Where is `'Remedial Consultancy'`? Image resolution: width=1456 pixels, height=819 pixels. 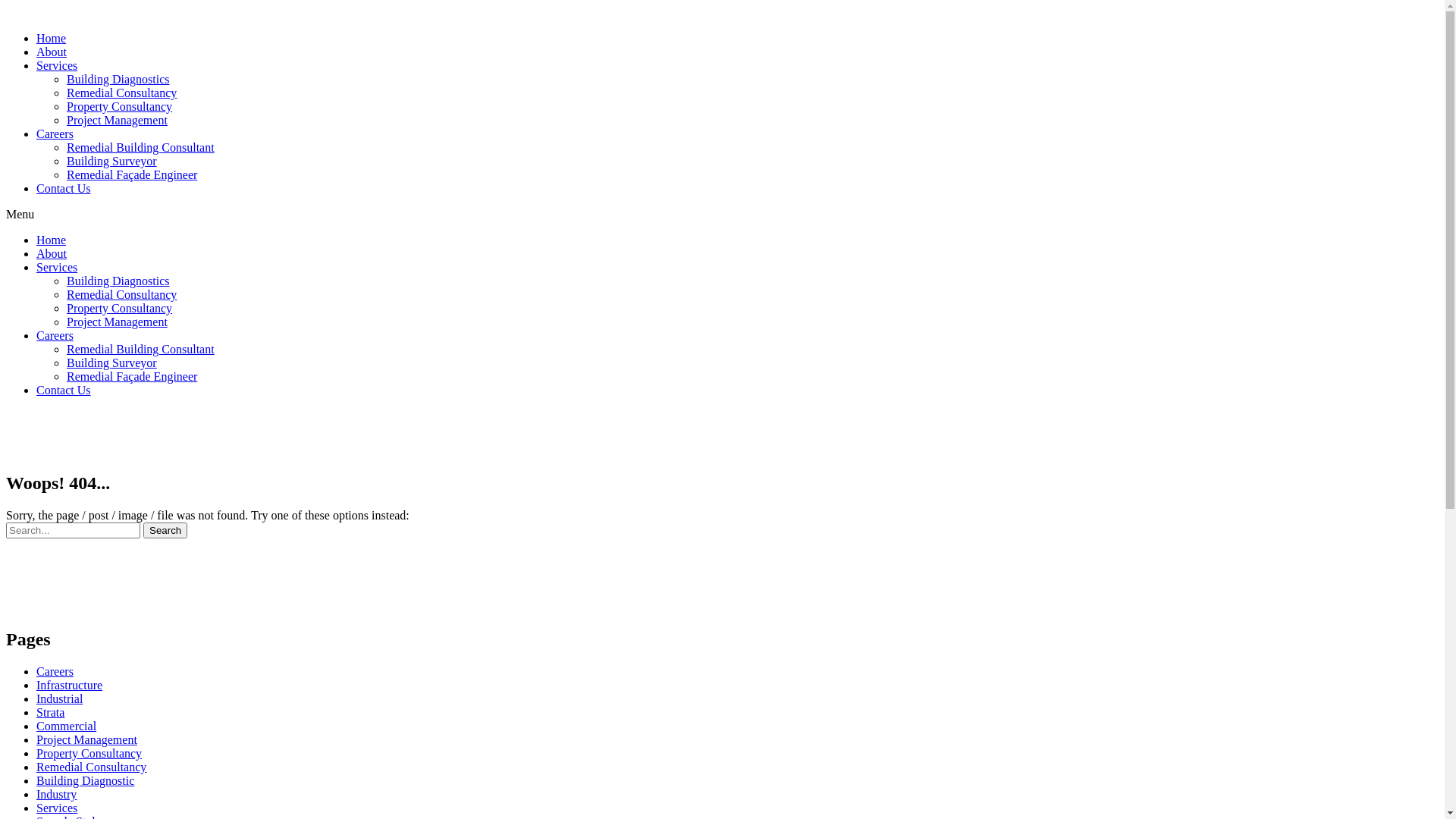
'Remedial Consultancy' is located at coordinates (121, 294).